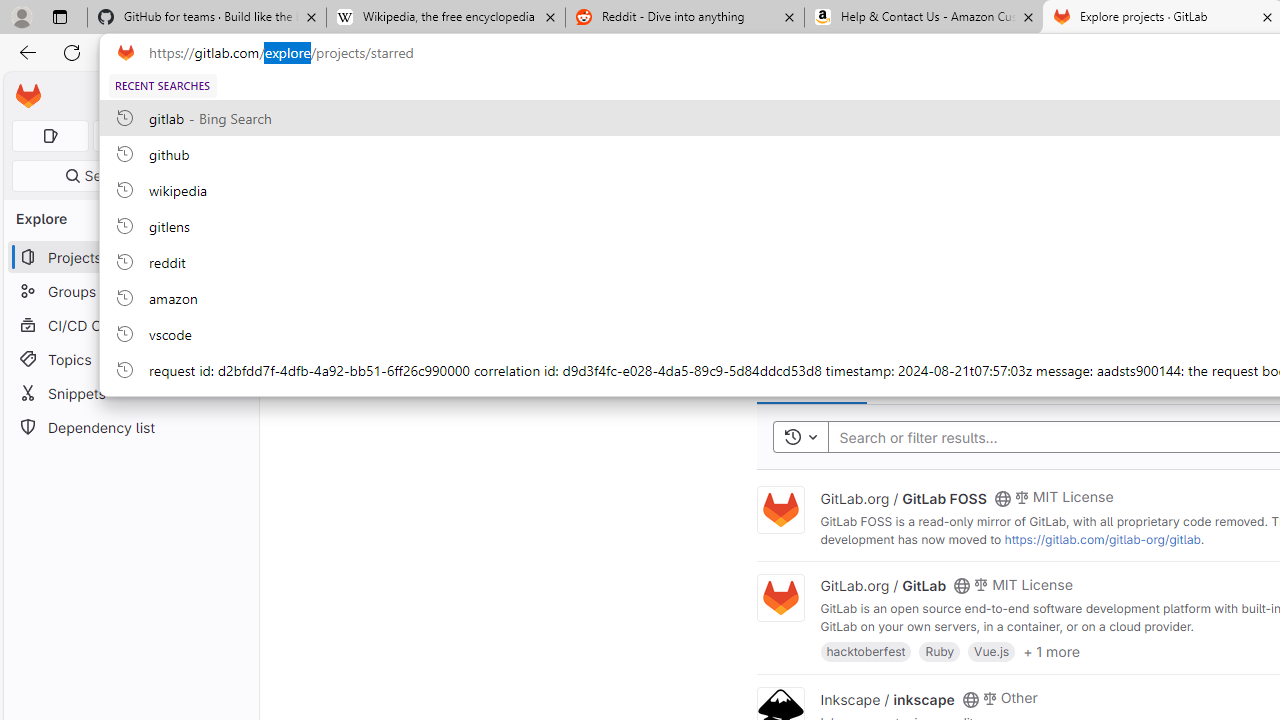 This screenshot has width=1280, height=720. What do you see at coordinates (866, 651) in the screenshot?
I see `'hacktoberfest'` at bounding box center [866, 651].